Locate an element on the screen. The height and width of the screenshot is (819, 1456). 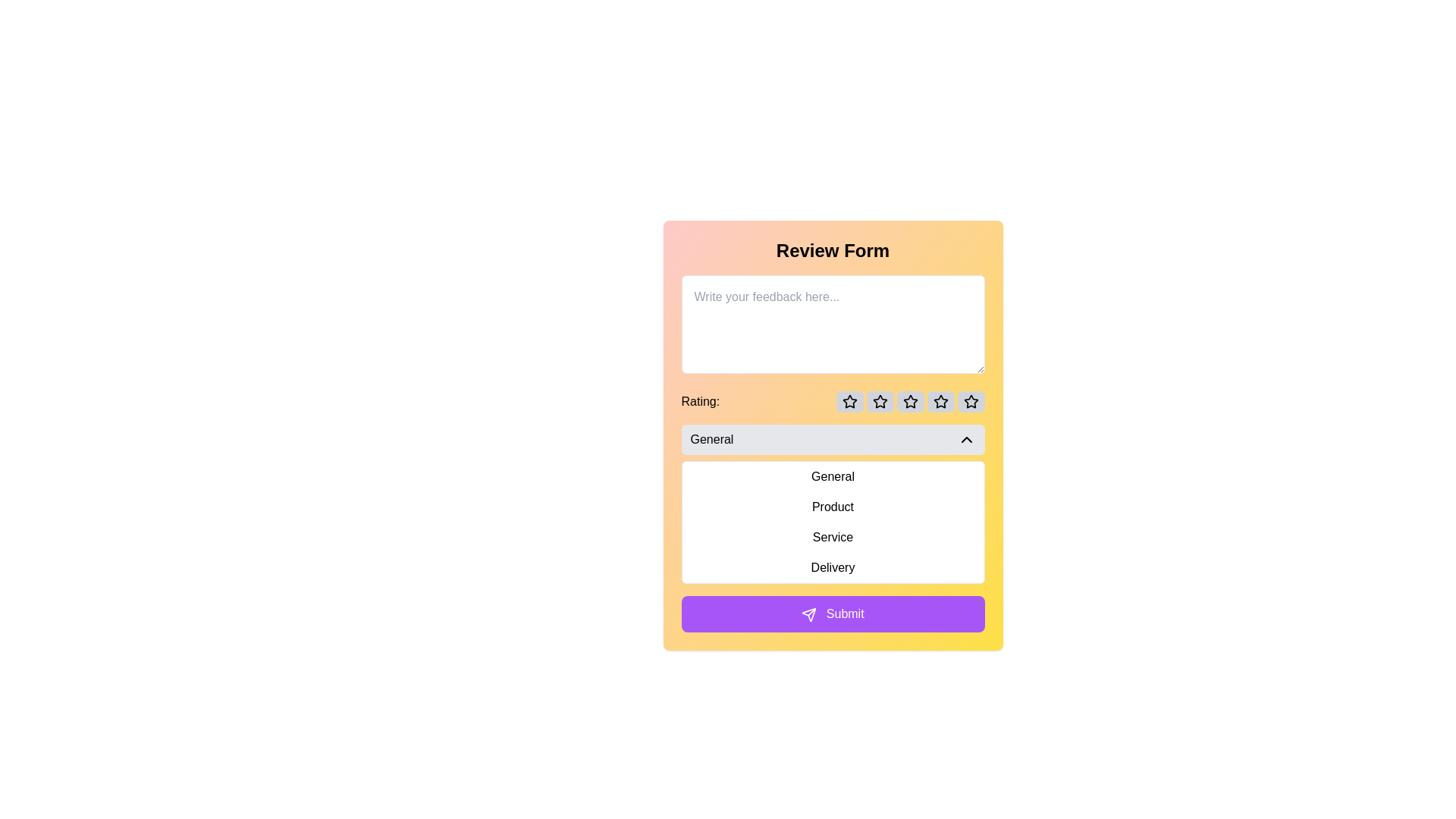
the fourth star icon in the rating section is located at coordinates (910, 400).